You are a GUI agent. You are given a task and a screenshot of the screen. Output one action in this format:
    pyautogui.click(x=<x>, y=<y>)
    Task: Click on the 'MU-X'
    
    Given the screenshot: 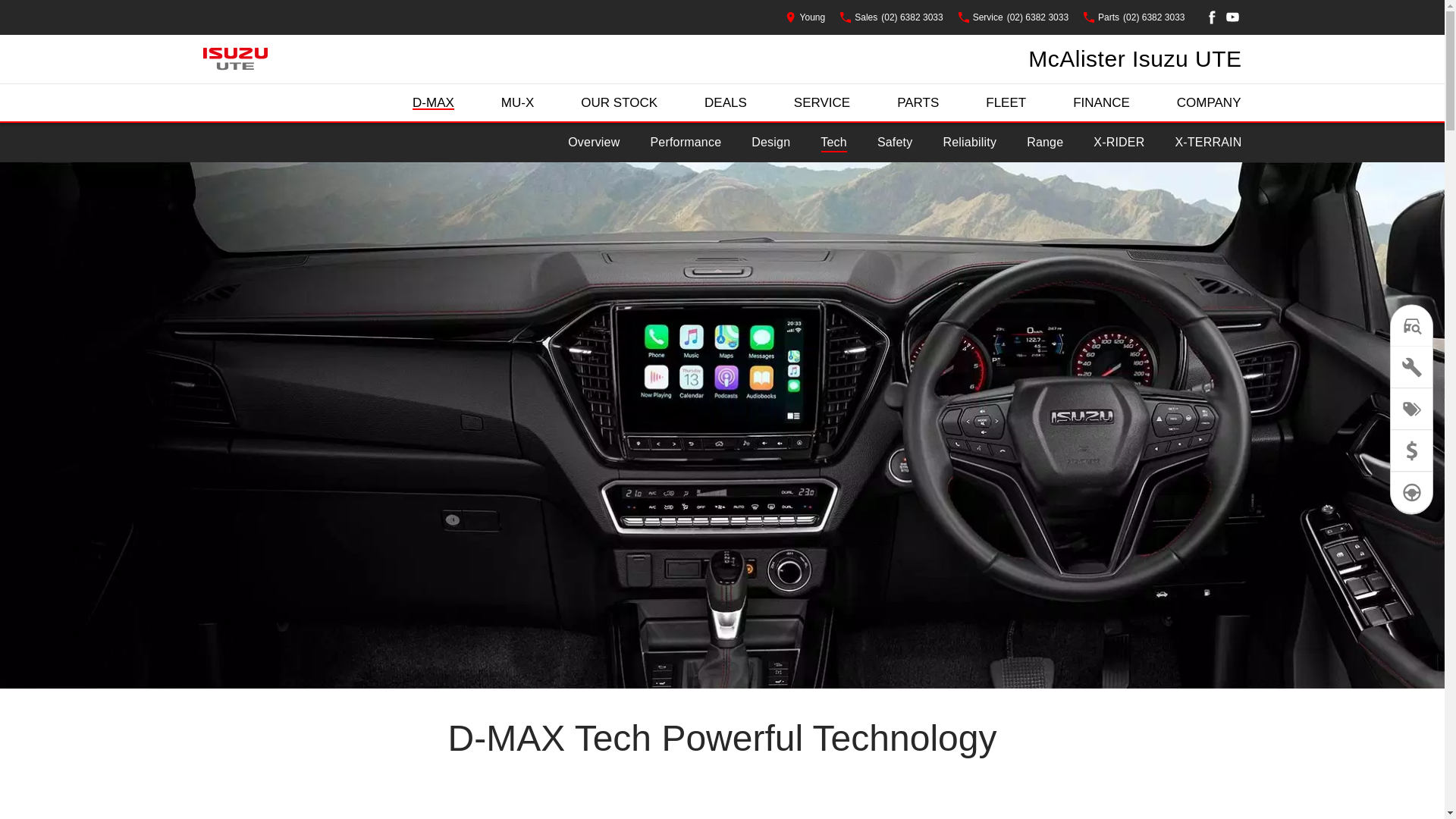 What is the action you would take?
    pyautogui.click(x=517, y=102)
    